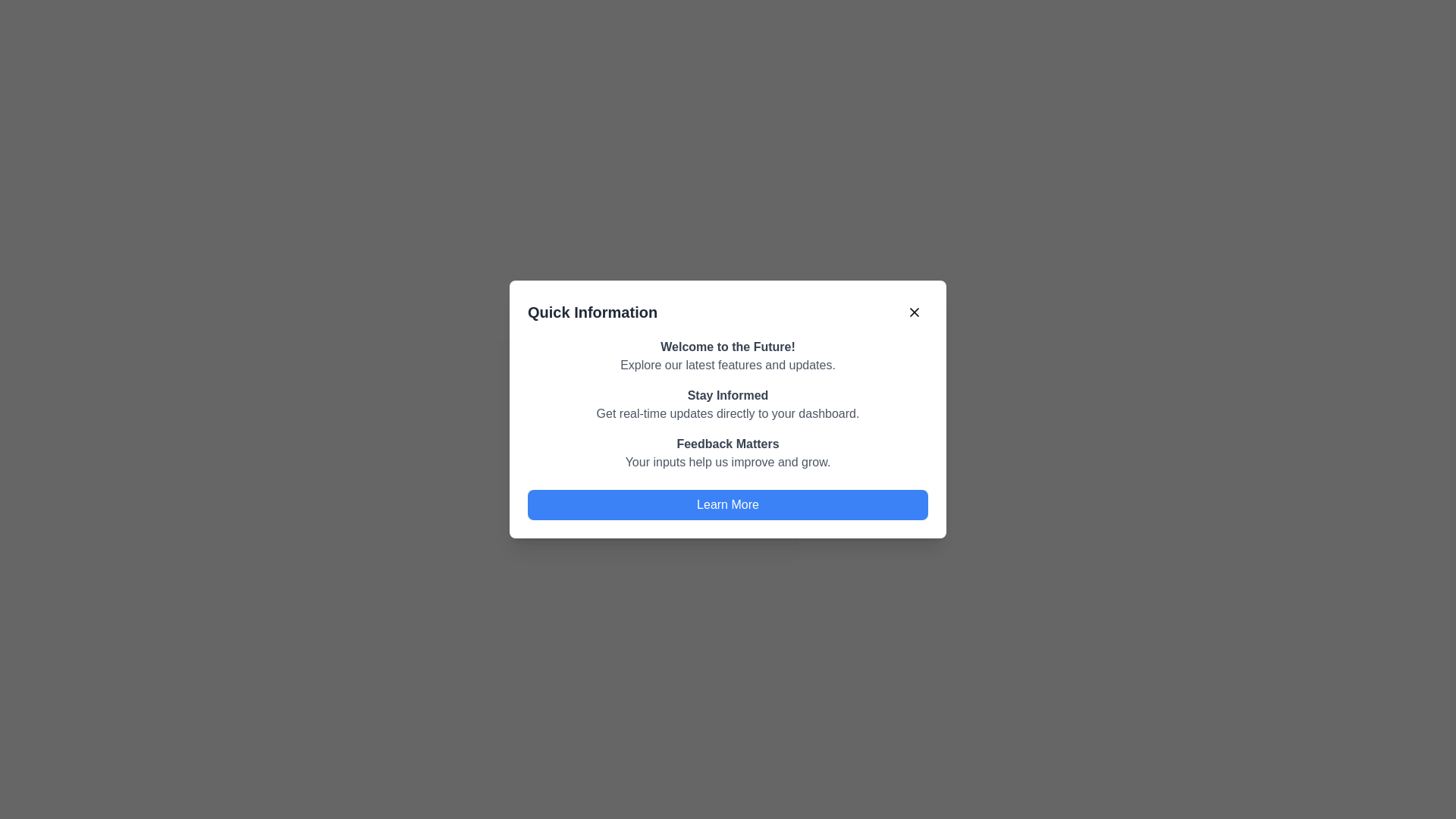 The height and width of the screenshot is (819, 1456). I want to click on the Text Block that contains the bold text 'Feedback Matters' and the lighter text 'Your inputs help us improve and grow.' located beneath the 'Stay Informed' section and above the blue 'Learn More' button, so click(728, 452).